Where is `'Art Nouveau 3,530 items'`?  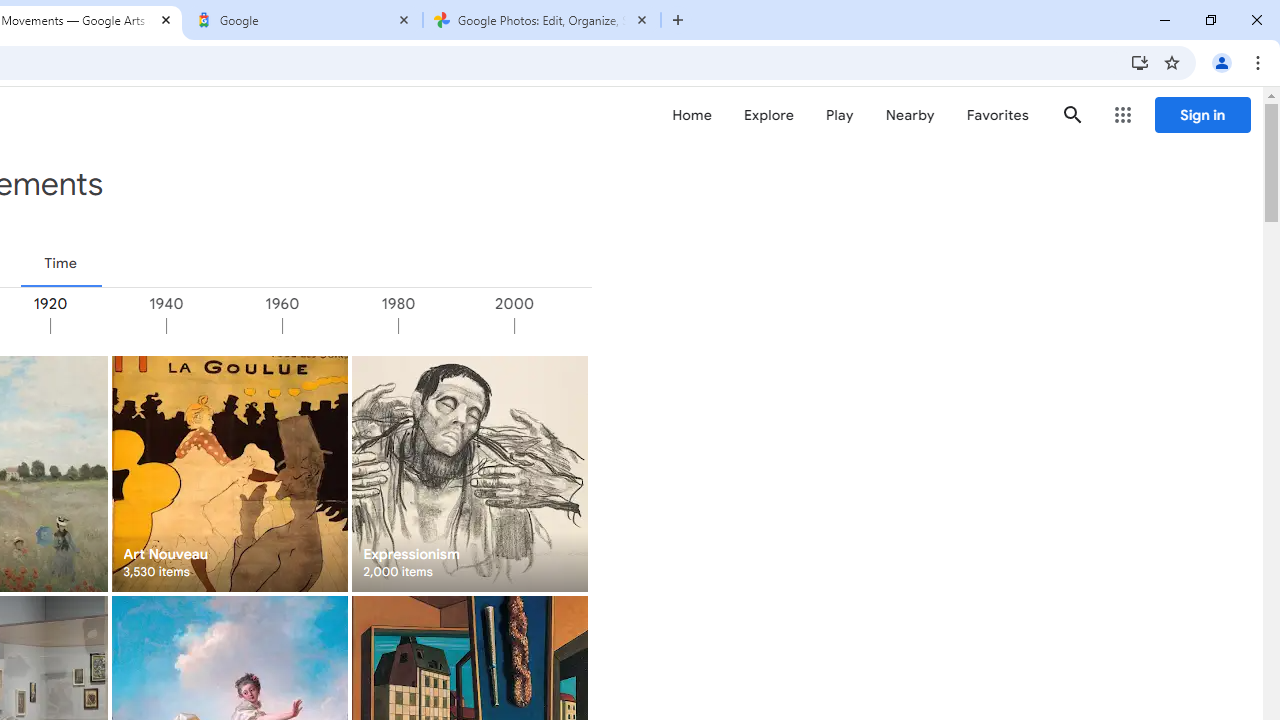 'Art Nouveau 3,530 items' is located at coordinates (229, 473).